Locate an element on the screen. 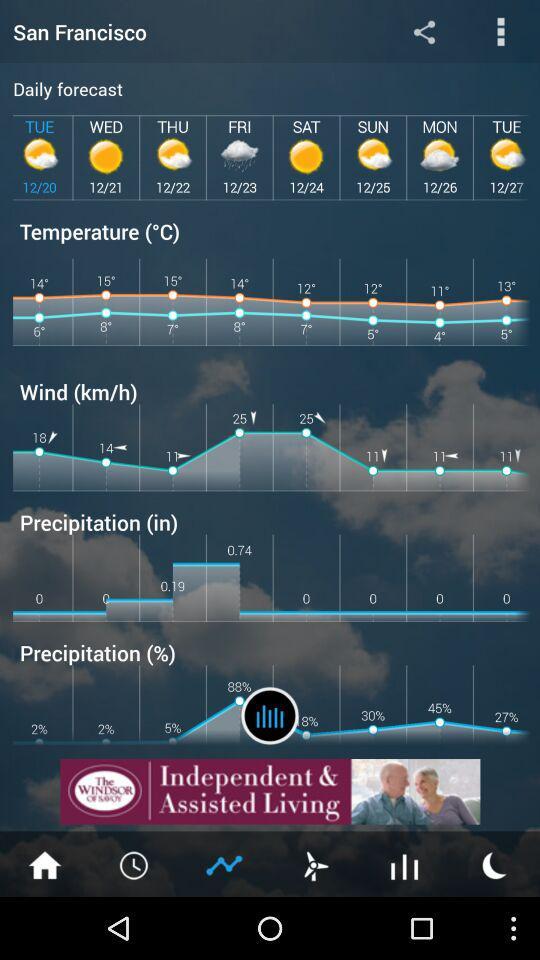 This screenshot has width=540, height=960. alarm is located at coordinates (135, 863).